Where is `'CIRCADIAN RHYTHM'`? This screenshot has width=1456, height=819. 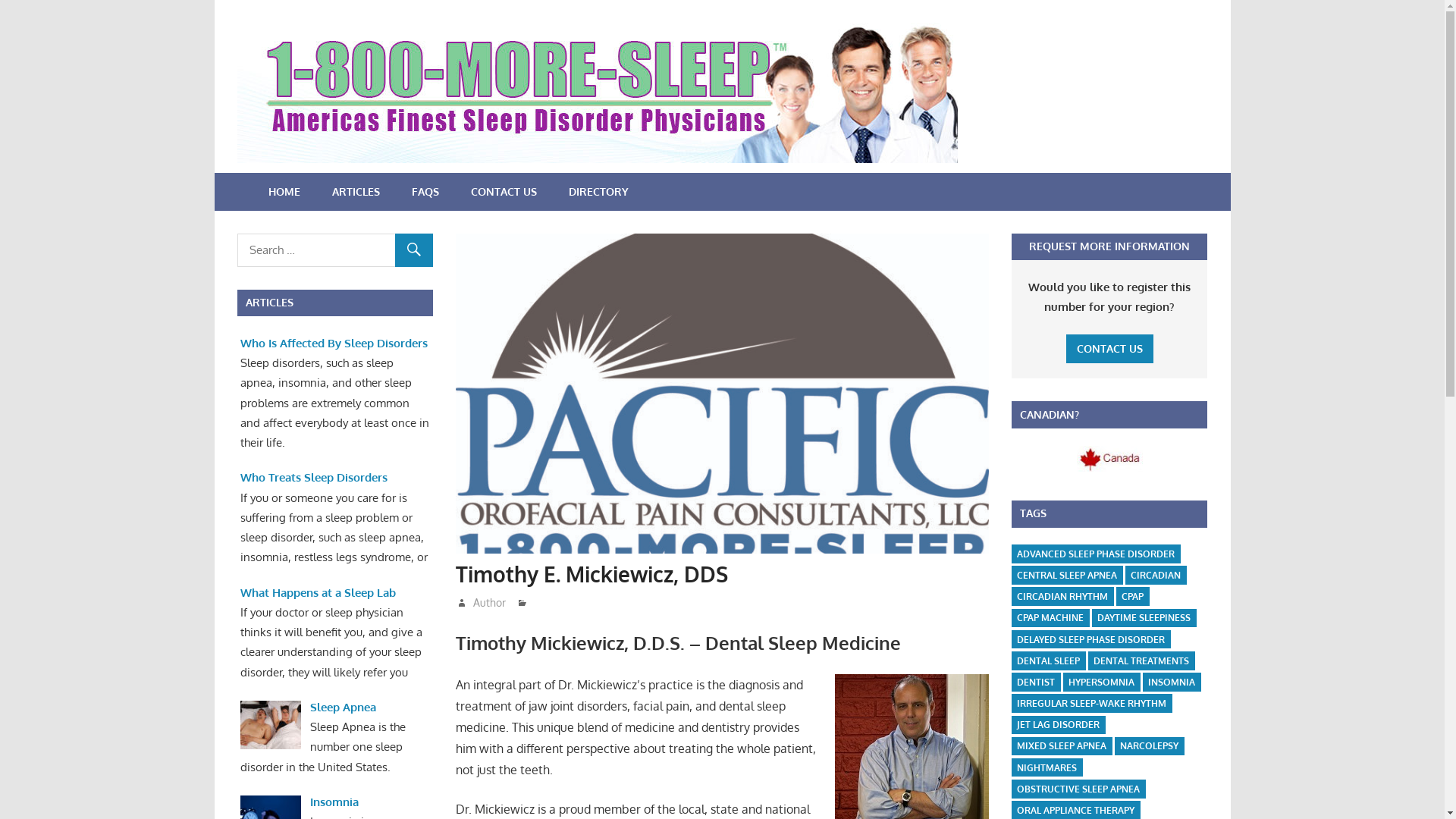
'CIRCADIAN RHYTHM' is located at coordinates (1062, 595).